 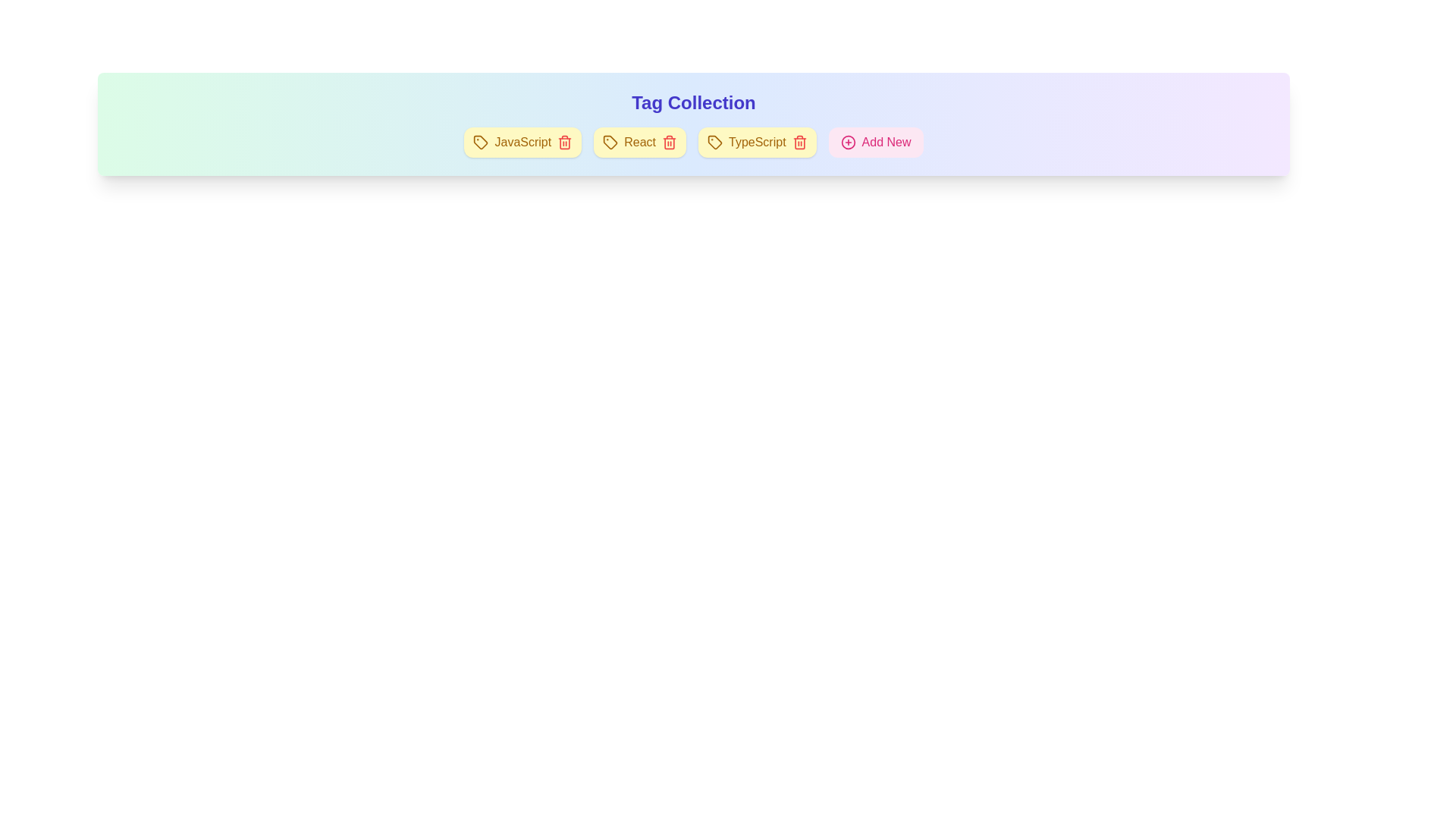 I want to click on the textual heading that serves as a title for the surrounding content, indicating a collection of tags, so click(x=693, y=102).